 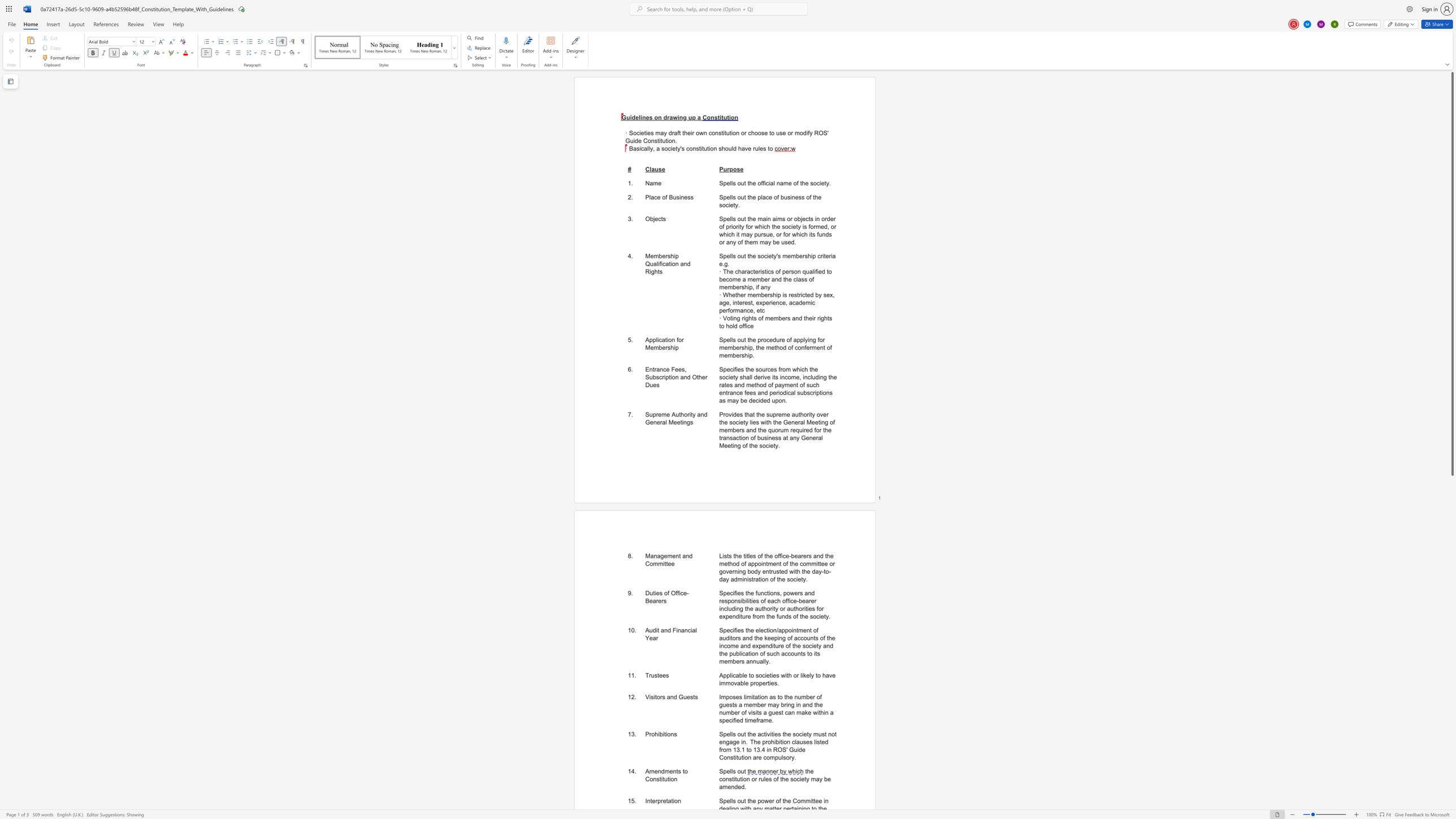 I want to click on the subset text "tion or r" within the text "the constitution or rules of the society may be amended.", so click(x=740, y=779).